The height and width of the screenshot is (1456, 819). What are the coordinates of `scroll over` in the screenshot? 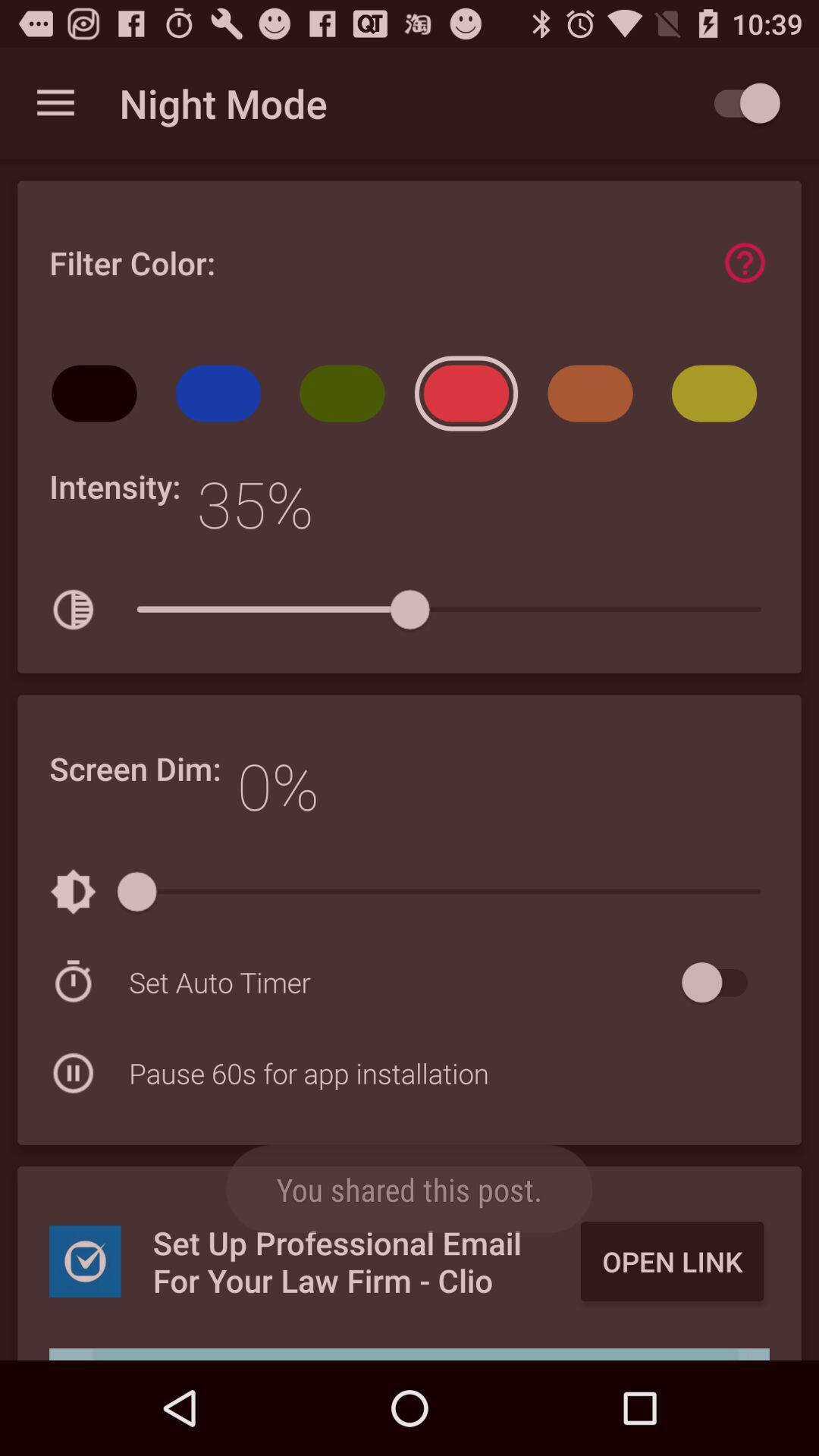 It's located at (409, 1354).